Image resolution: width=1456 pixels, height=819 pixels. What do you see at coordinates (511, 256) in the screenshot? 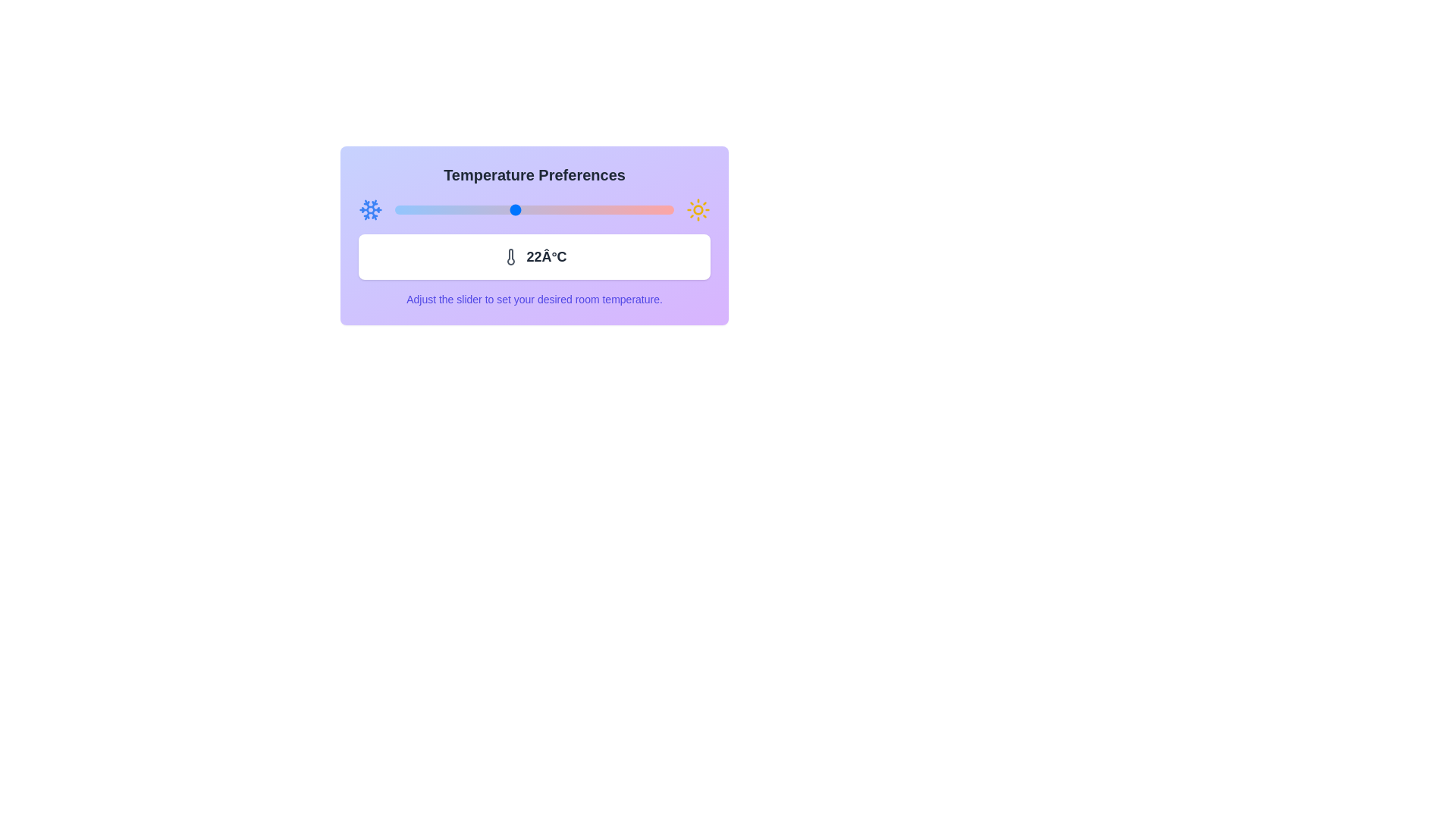
I see `the thermometer icon to observe its details` at bounding box center [511, 256].